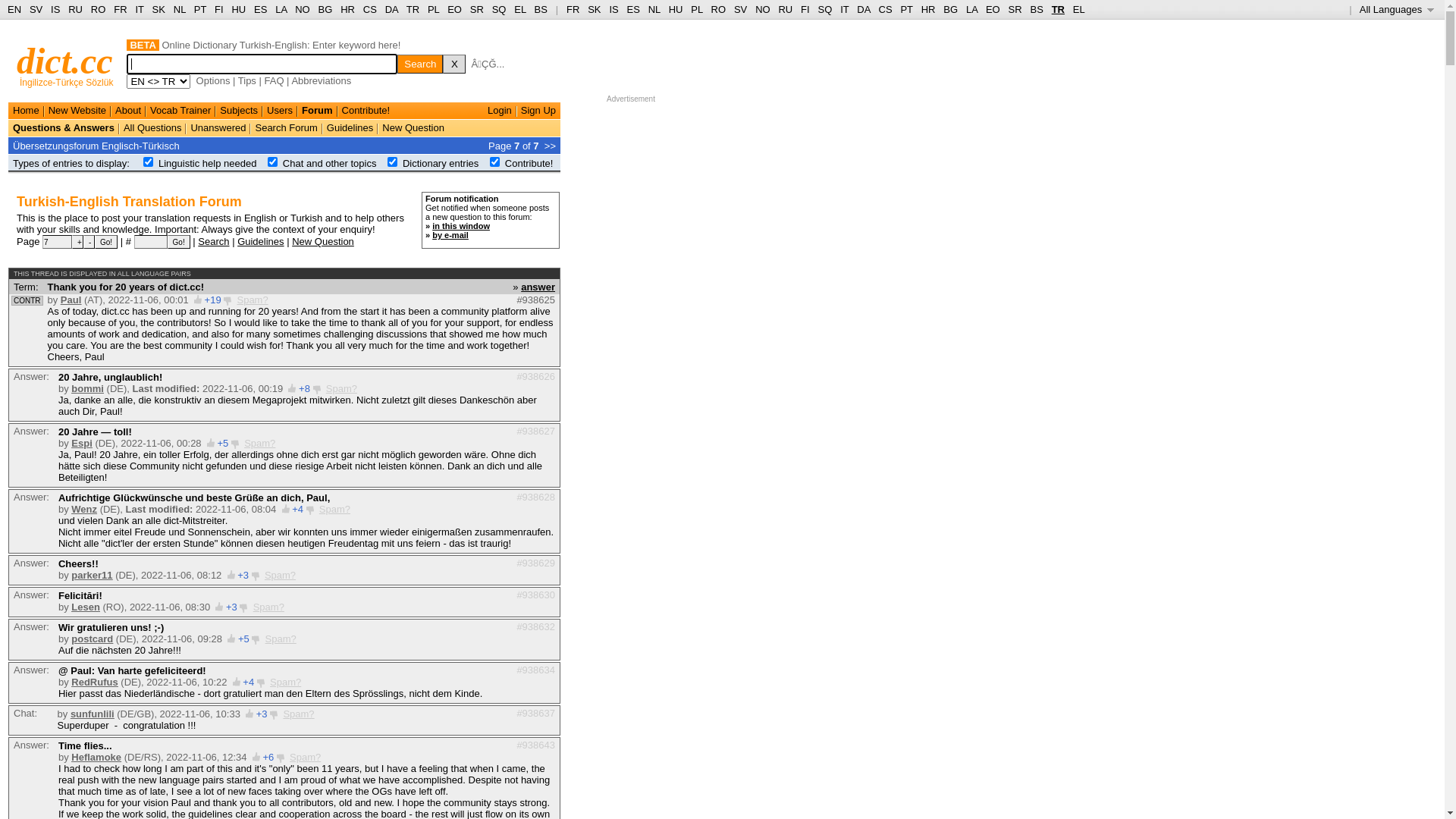  What do you see at coordinates (193, 9) in the screenshot?
I see `'PT'` at bounding box center [193, 9].